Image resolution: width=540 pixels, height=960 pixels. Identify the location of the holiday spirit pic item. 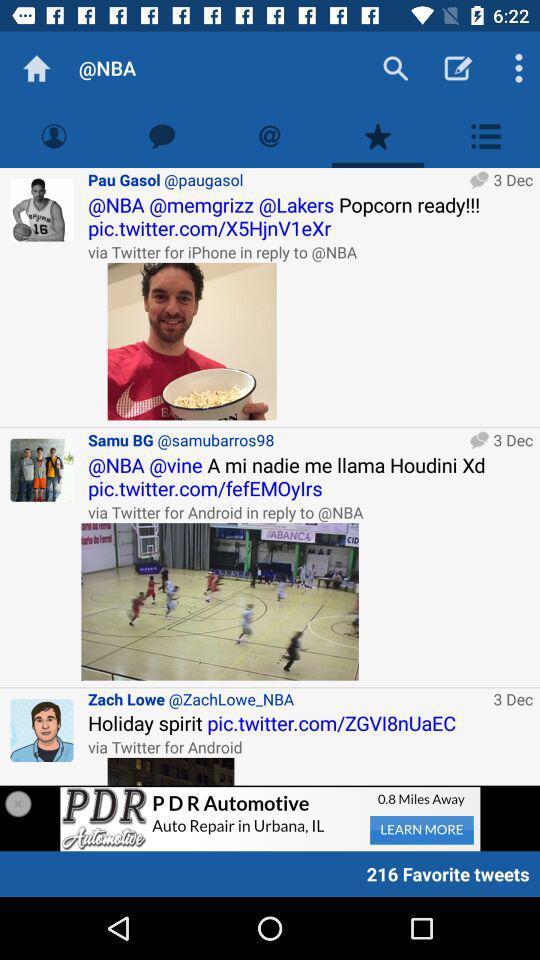
(310, 722).